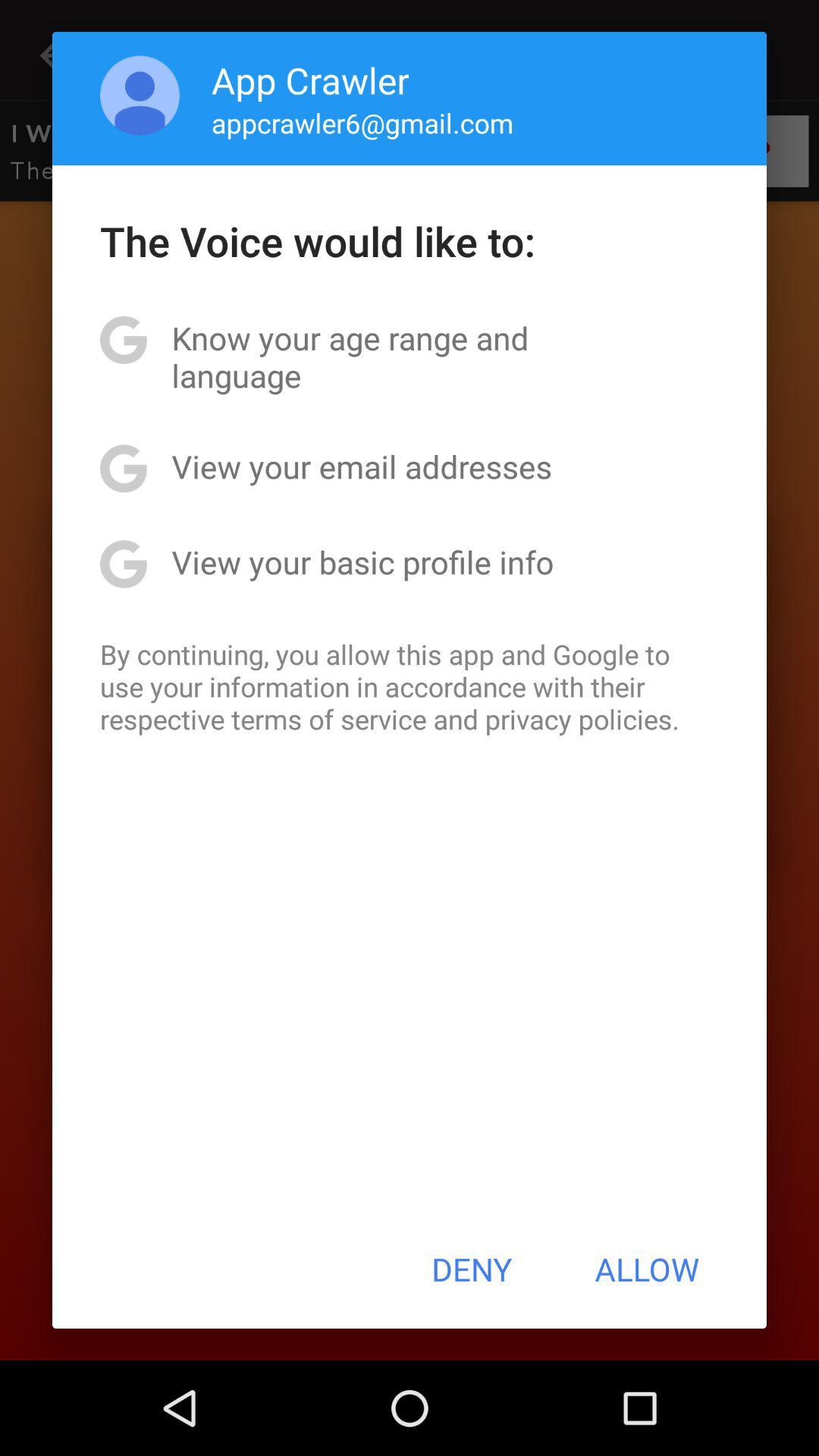  I want to click on app below by continuing you, so click(471, 1269).